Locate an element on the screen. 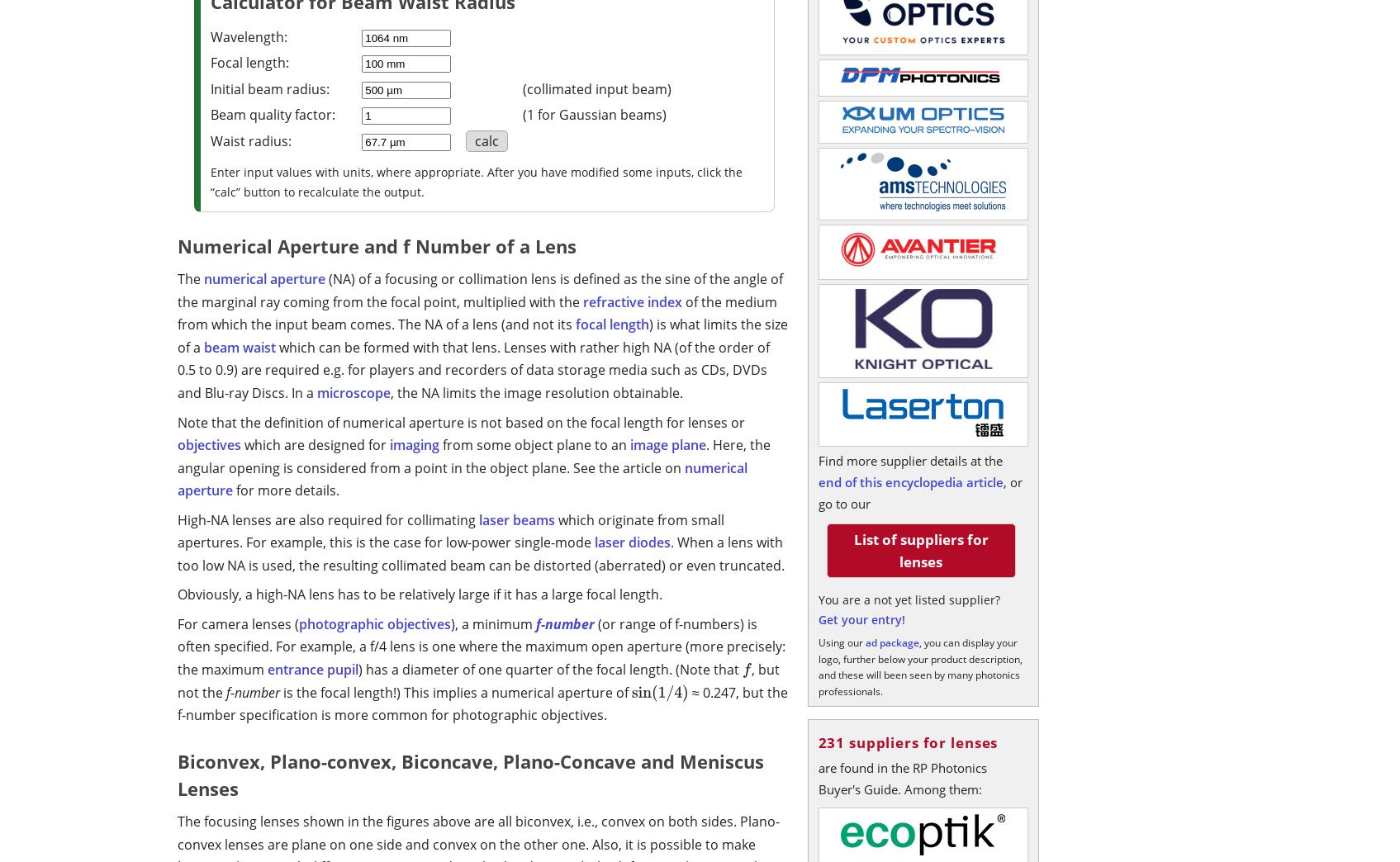  'for more details.' is located at coordinates (285, 490).